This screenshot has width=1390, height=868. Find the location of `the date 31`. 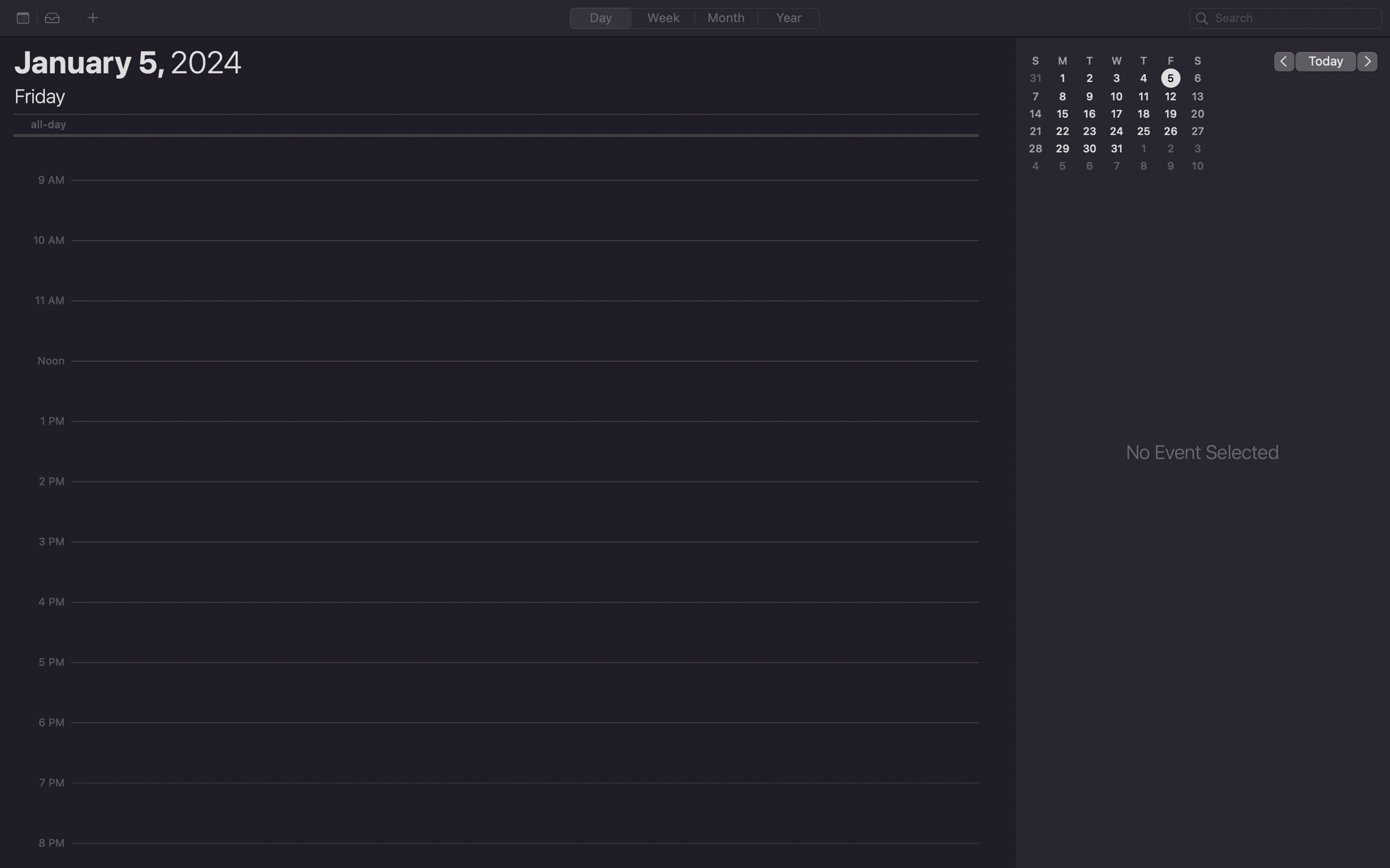

the date 31 is located at coordinates (1118, 149).